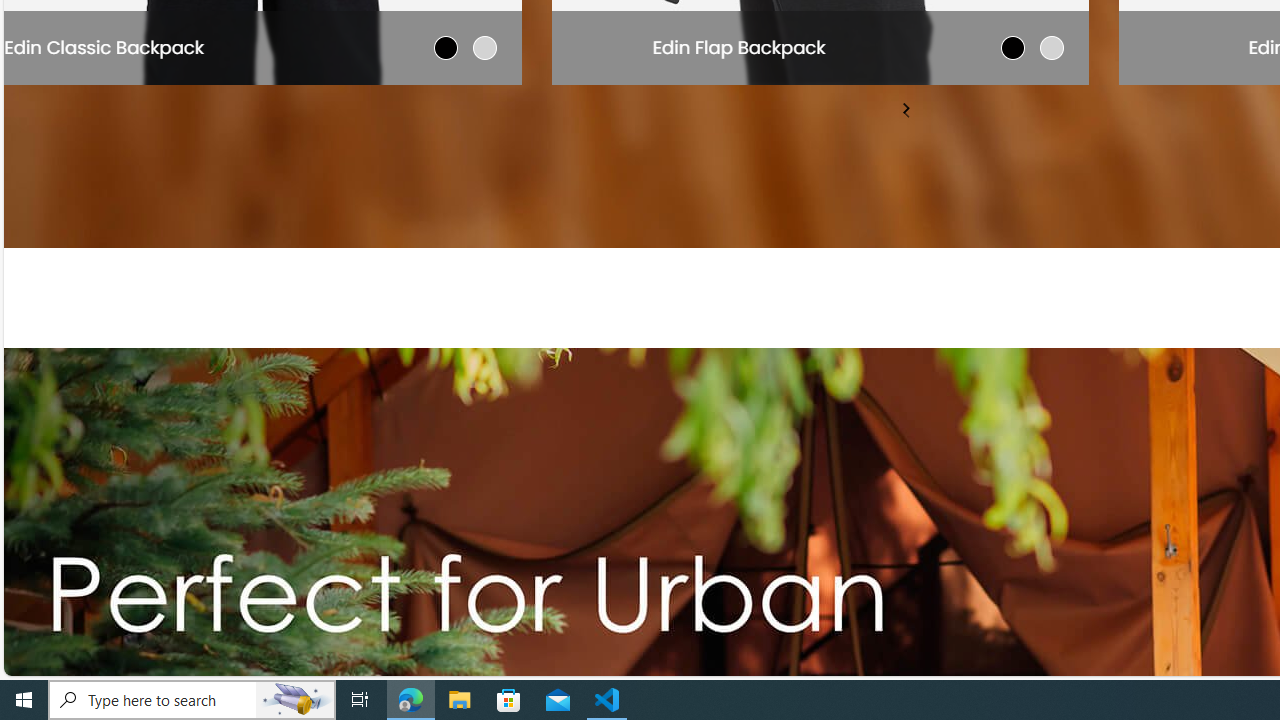 The width and height of the screenshot is (1280, 720). What do you see at coordinates (904, 108) in the screenshot?
I see `'Next'` at bounding box center [904, 108].